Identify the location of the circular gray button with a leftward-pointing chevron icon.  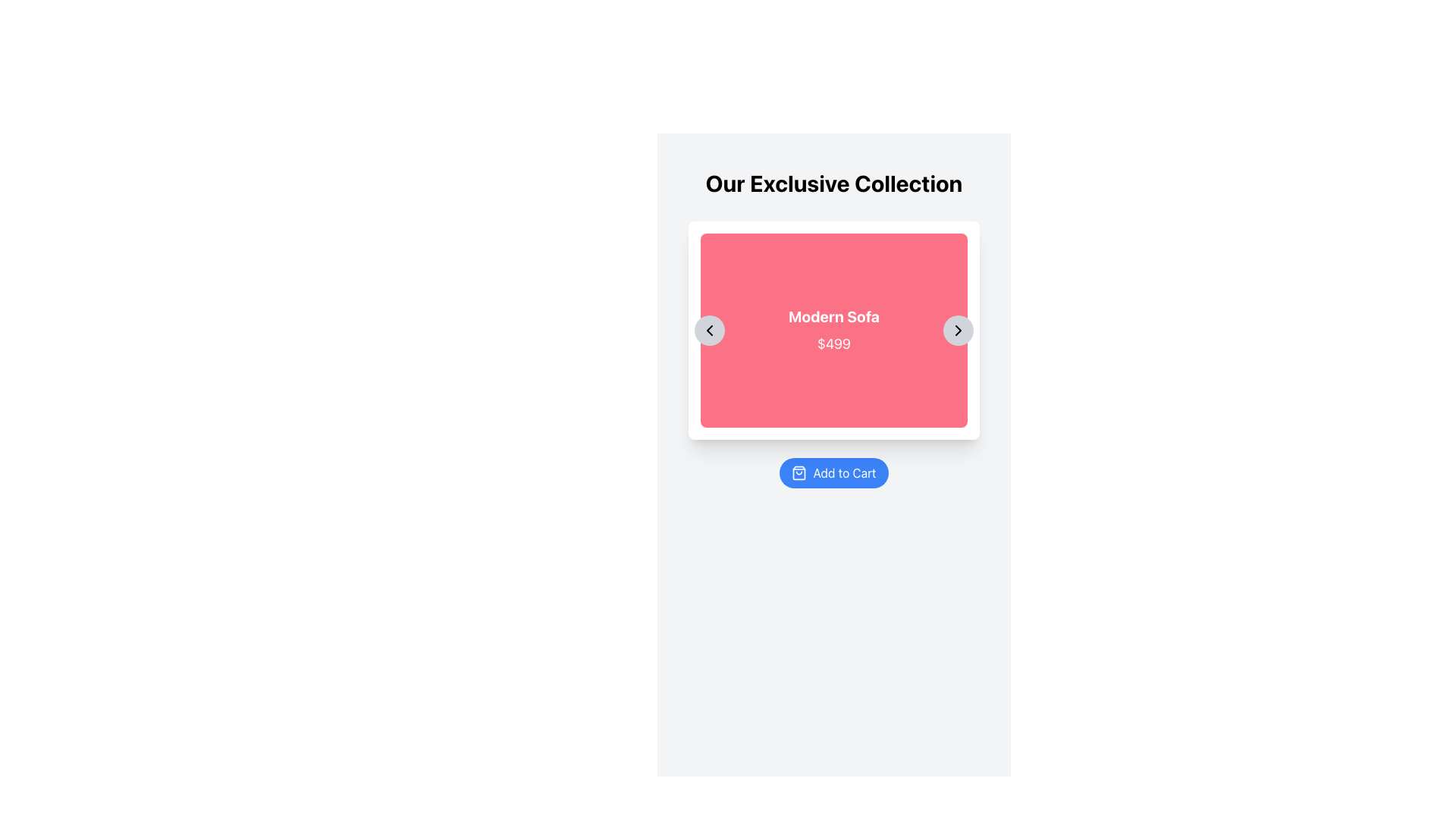
(709, 329).